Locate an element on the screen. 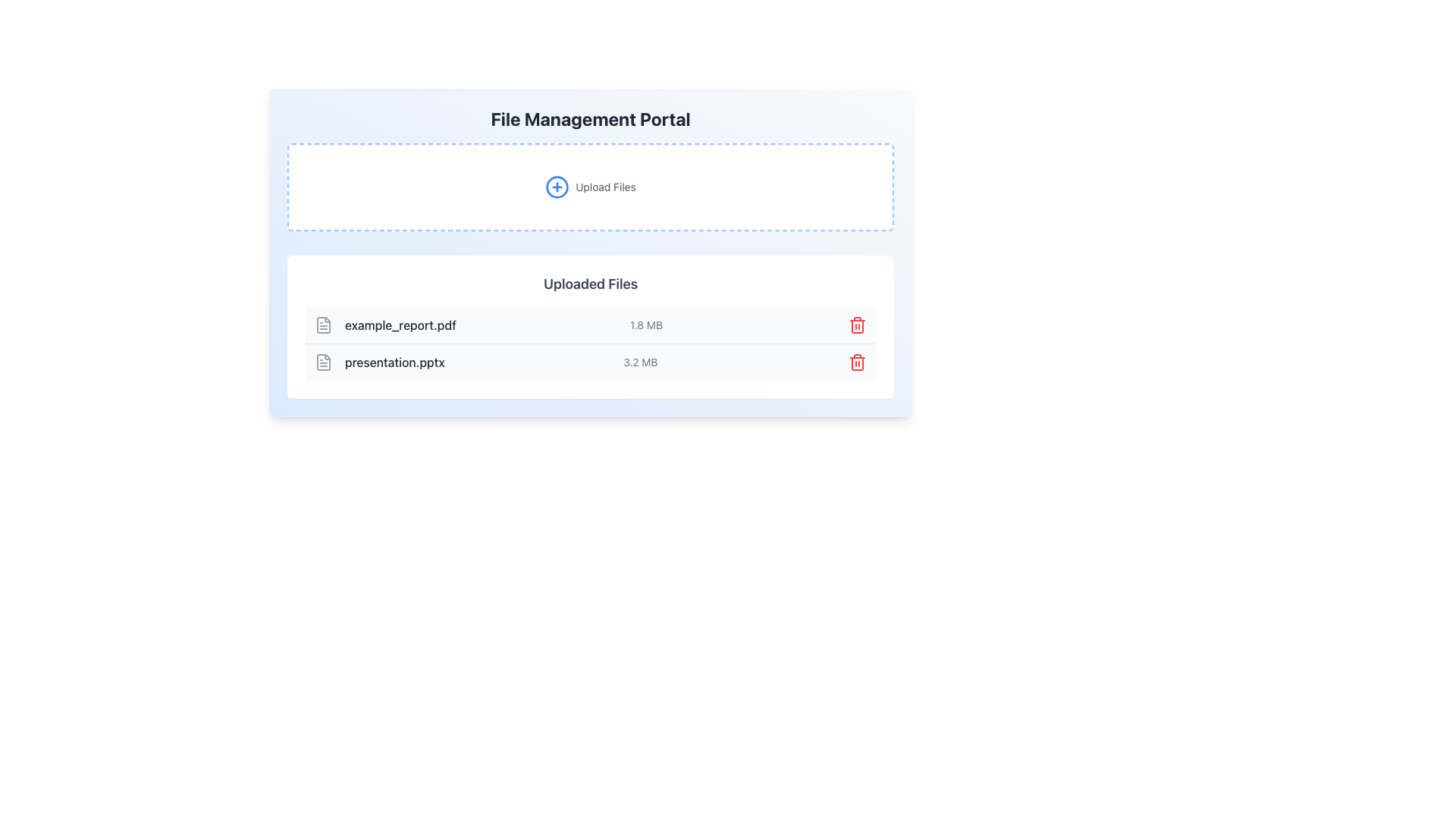 The height and width of the screenshot is (819, 1456). the red trash bin icon button located on the far right of the 'example_report.pdf' file entry is located at coordinates (858, 324).